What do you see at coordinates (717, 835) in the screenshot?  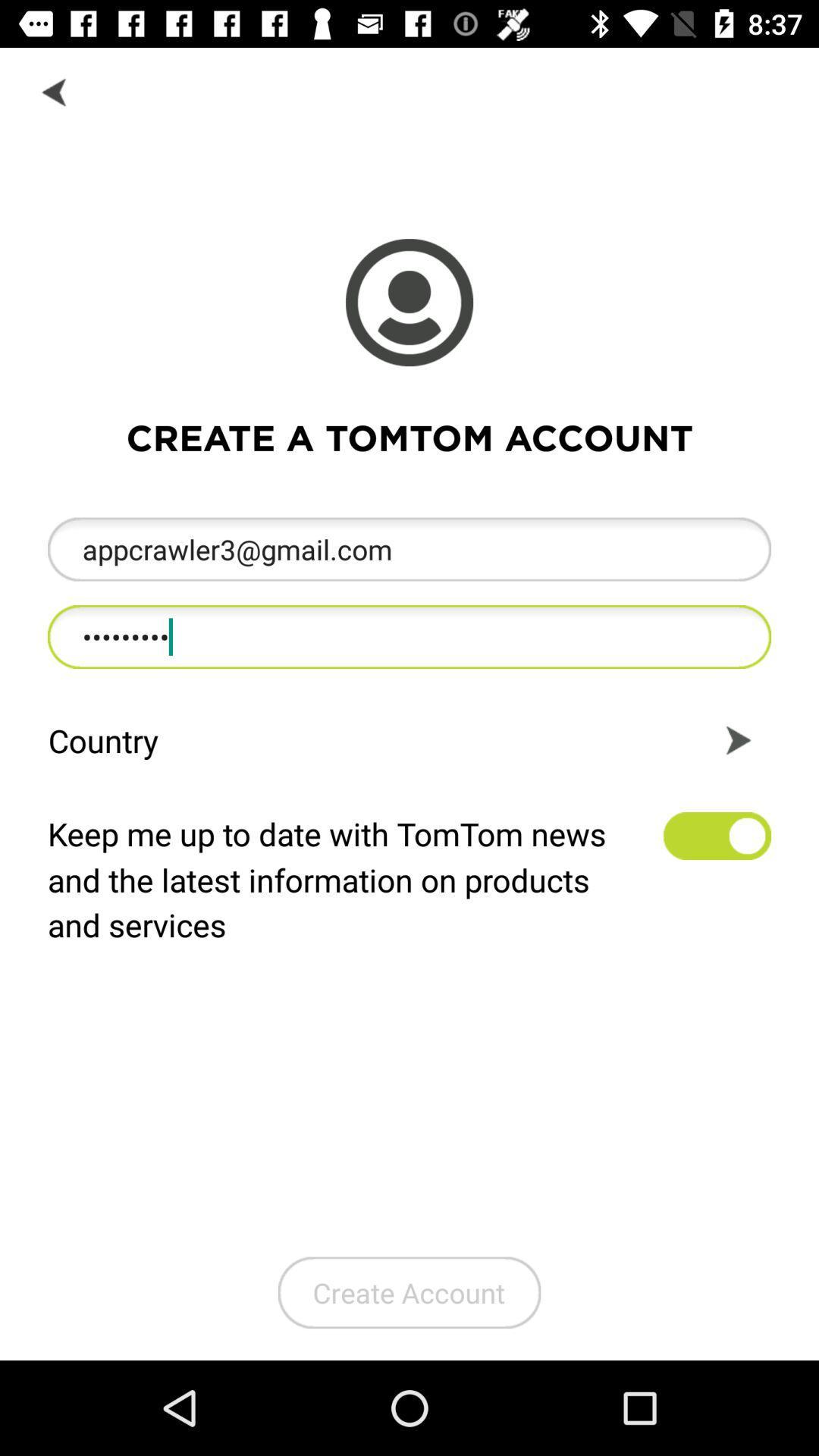 I see `click slider to get news` at bounding box center [717, 835].